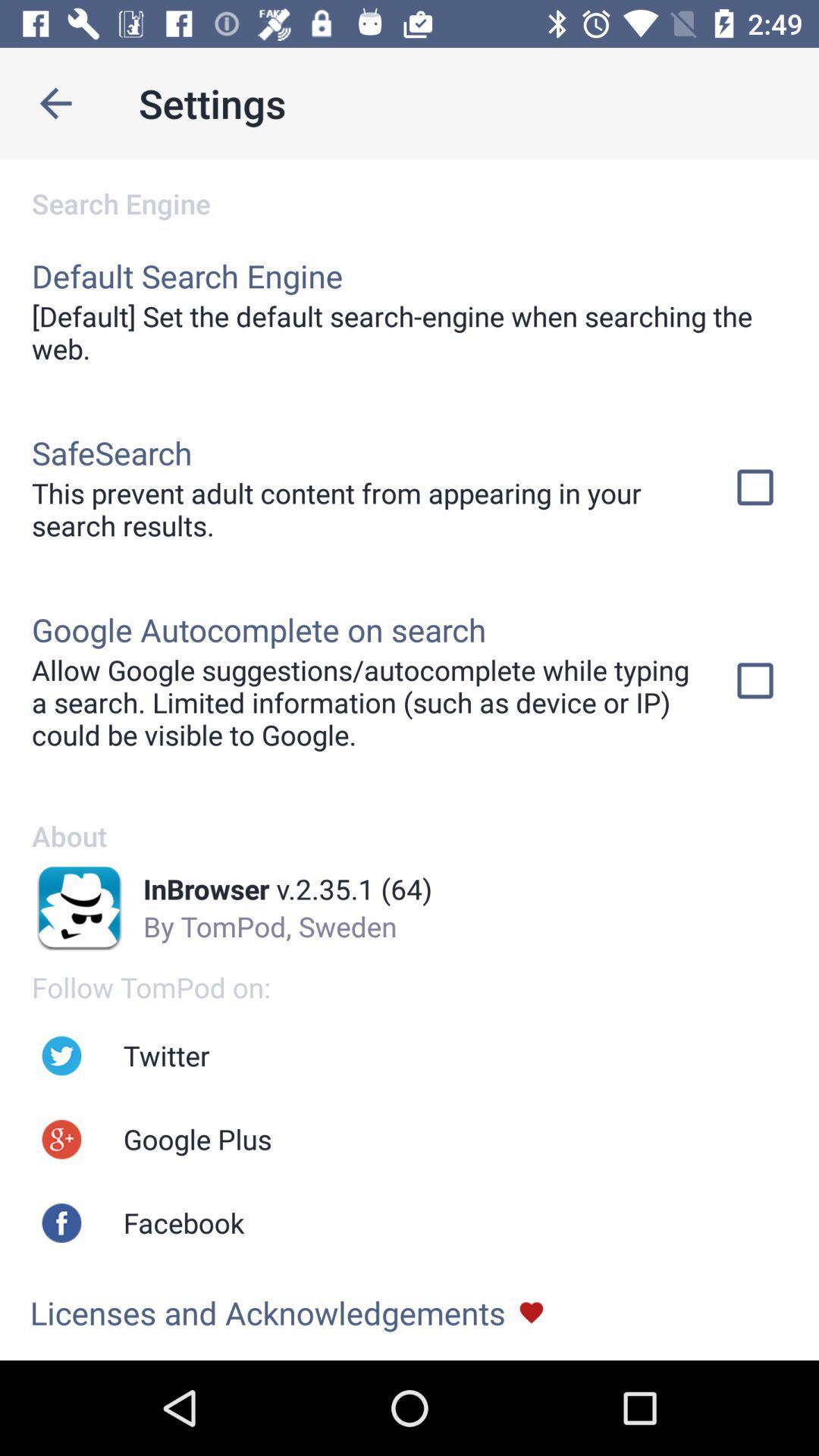 The image size is (819, 1456). Describe the element at coordinates (55, 102) in the screenshot. I see `go back` at that location.